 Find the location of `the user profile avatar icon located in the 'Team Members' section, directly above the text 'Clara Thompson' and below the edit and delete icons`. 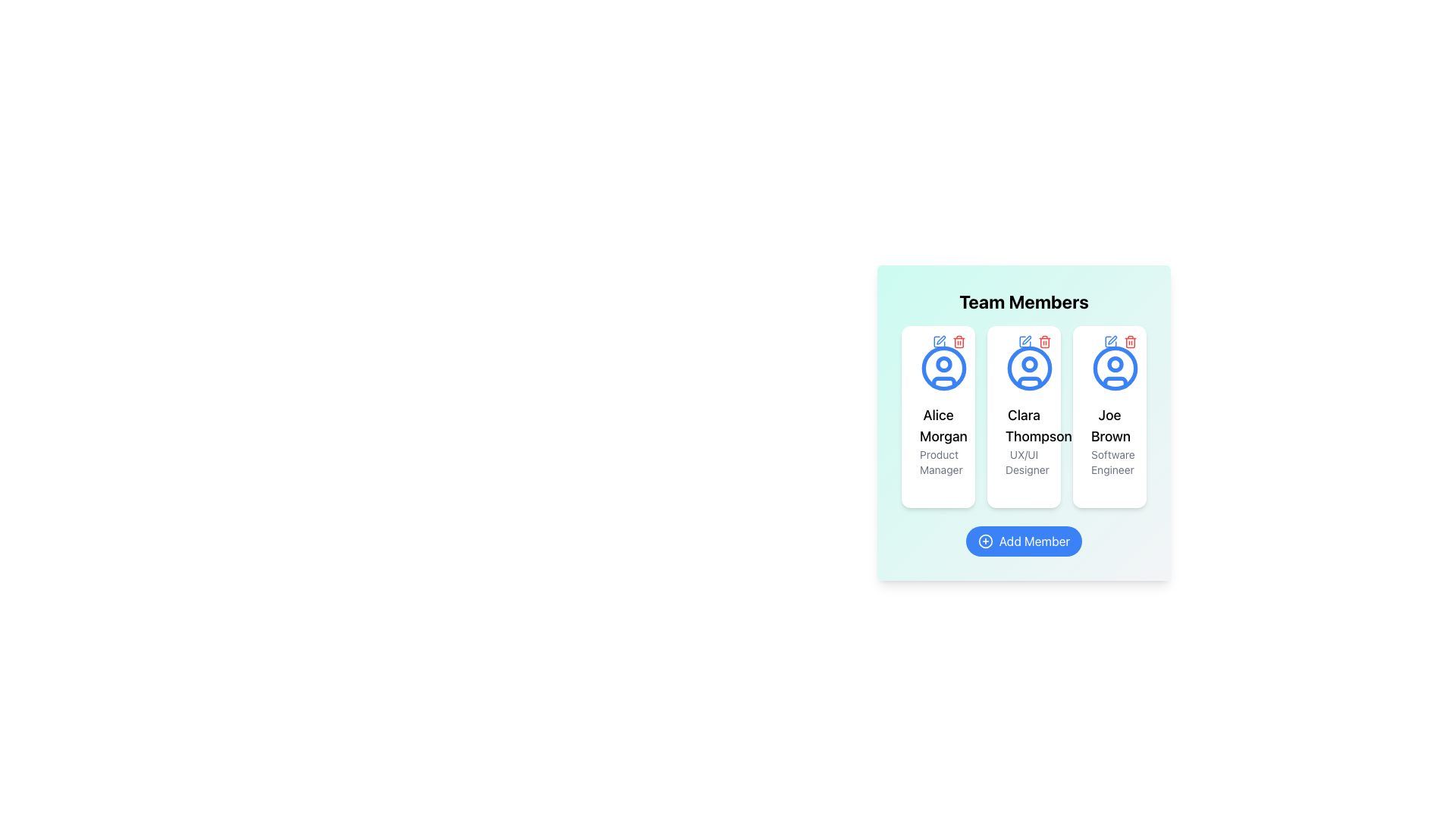

the user profile avatar icon located in the 'Team Members' section, directly above the text 'Clara Thompson' and below the edit and delete icons is located at coordinates (1030, 369).